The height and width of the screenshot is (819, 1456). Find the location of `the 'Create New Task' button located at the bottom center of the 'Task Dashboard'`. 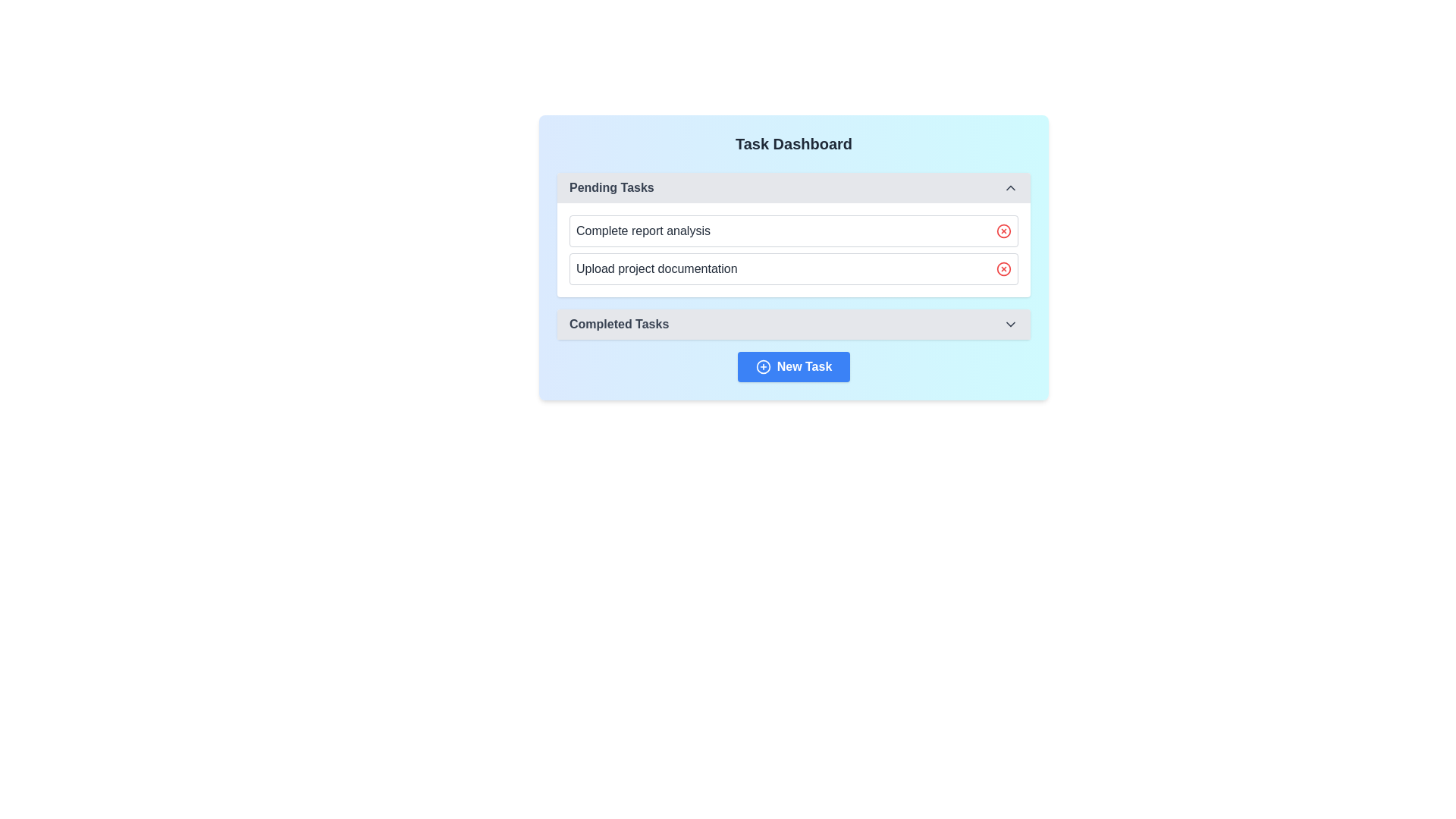

the 'Create New Task' button located at the bottom center of the 'Task Dashboard' is located at coordinates (792, 366).